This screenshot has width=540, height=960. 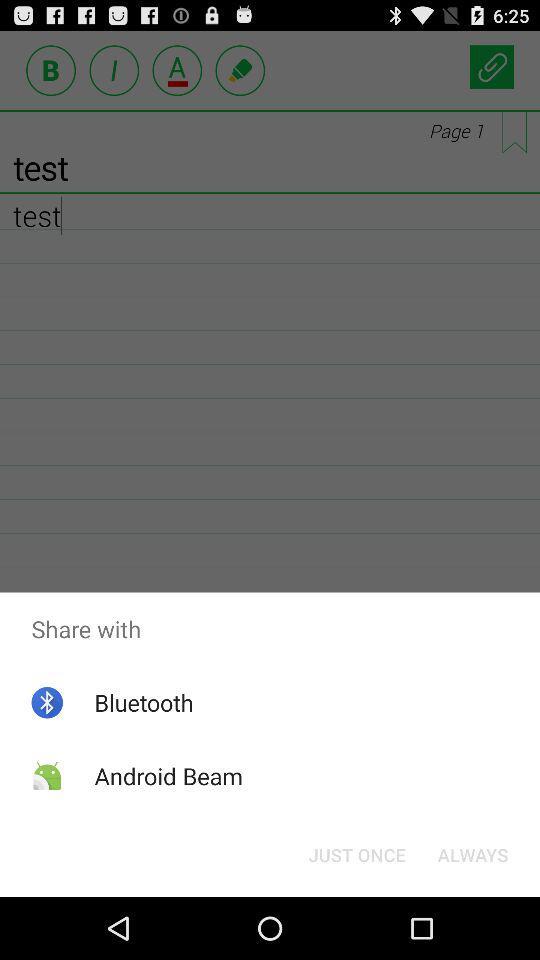 I want to click on item below the share with item, so click(x=356, y=853).